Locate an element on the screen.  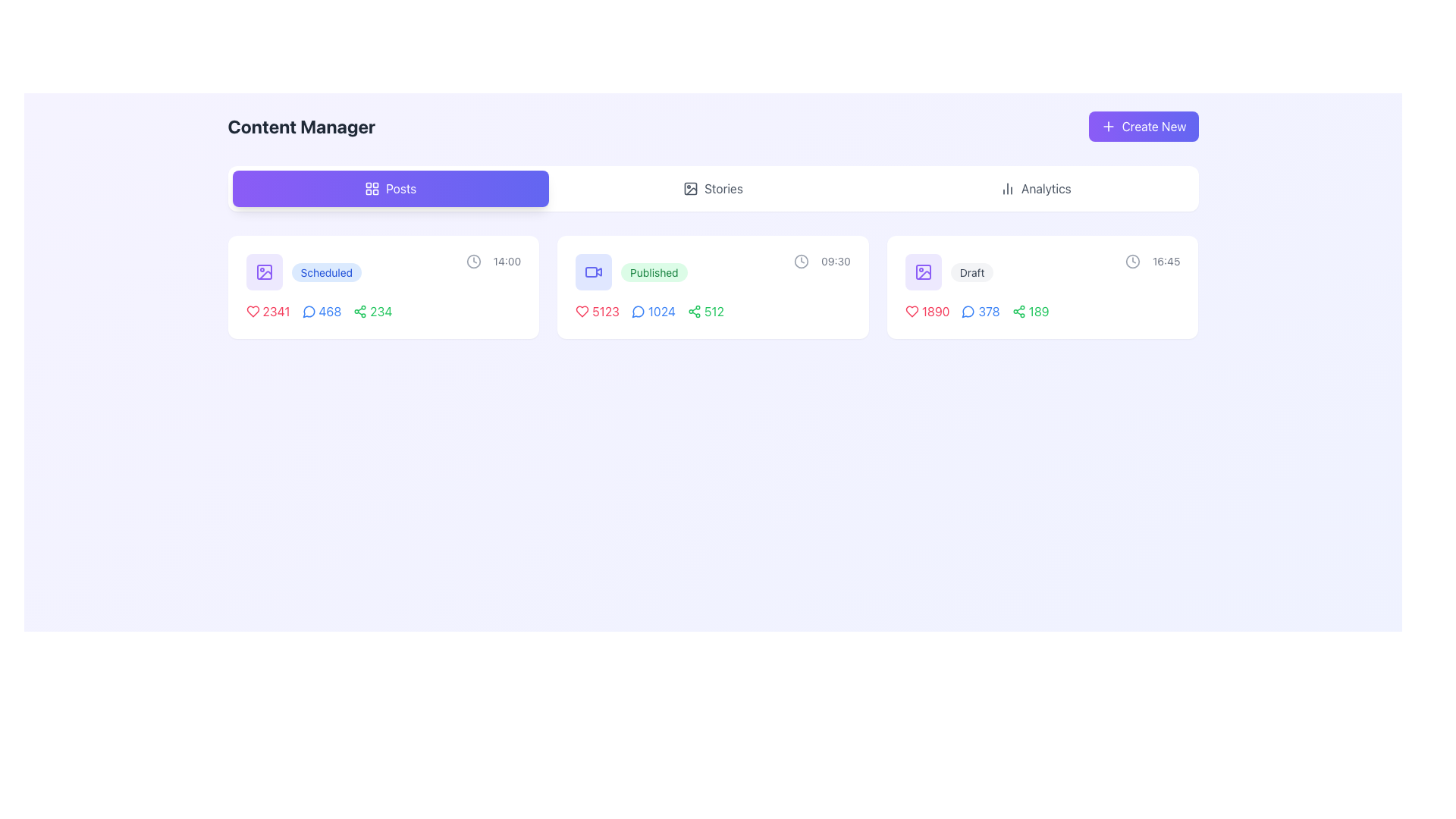
the vector graphic circle element within the clock icon on the right side of the 'Published' card, which is centrally located within the icon is located at coordinates (801, 260).